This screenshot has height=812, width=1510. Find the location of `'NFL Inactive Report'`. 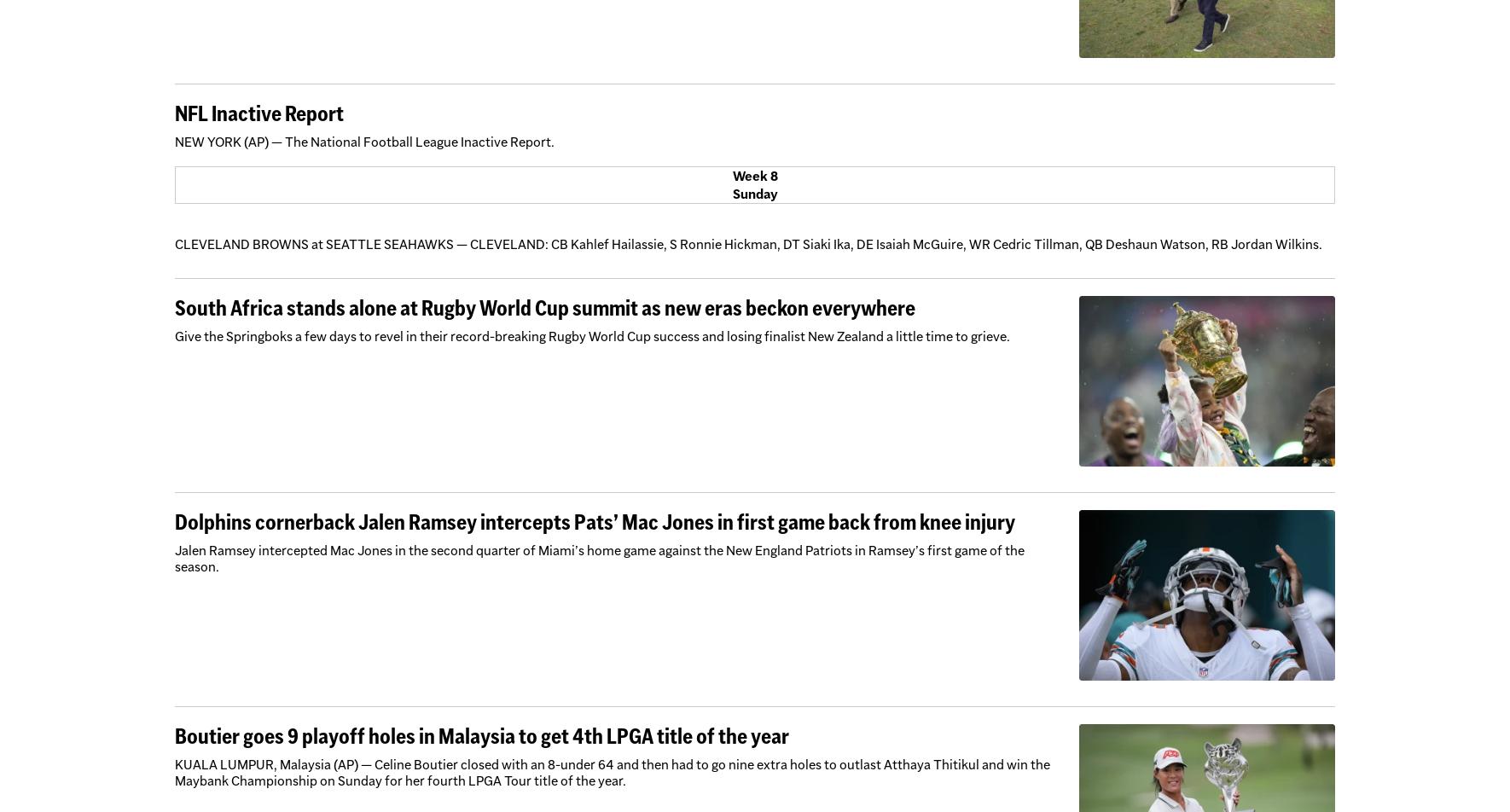

'NFL Inactive Report' is located at coordinates (258, 113).